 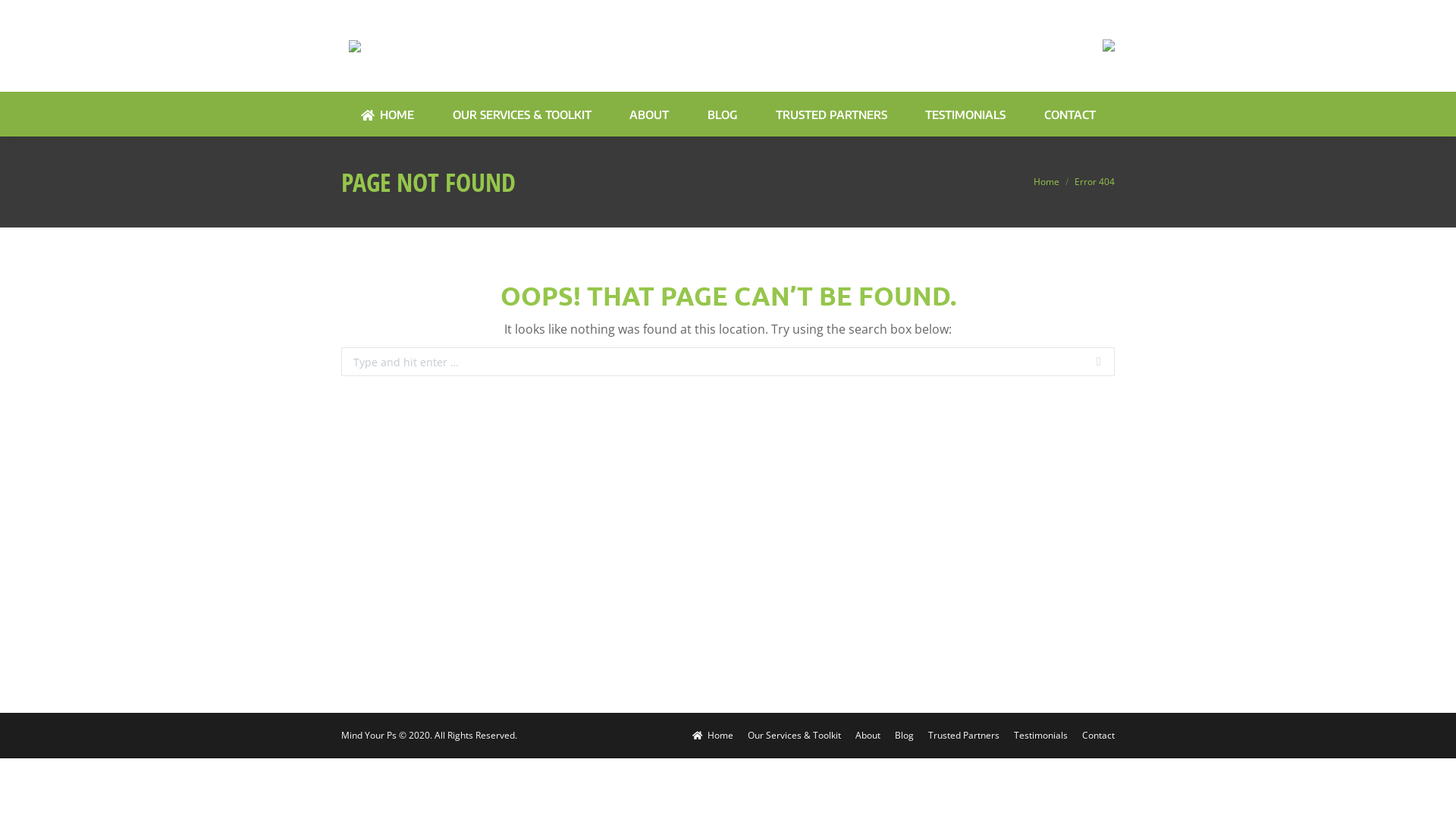 What do you see at coordinates (775, 114) in the screenshot?
I see `'TRUSTED PARTNERS'` at bounding box center [775, 114].